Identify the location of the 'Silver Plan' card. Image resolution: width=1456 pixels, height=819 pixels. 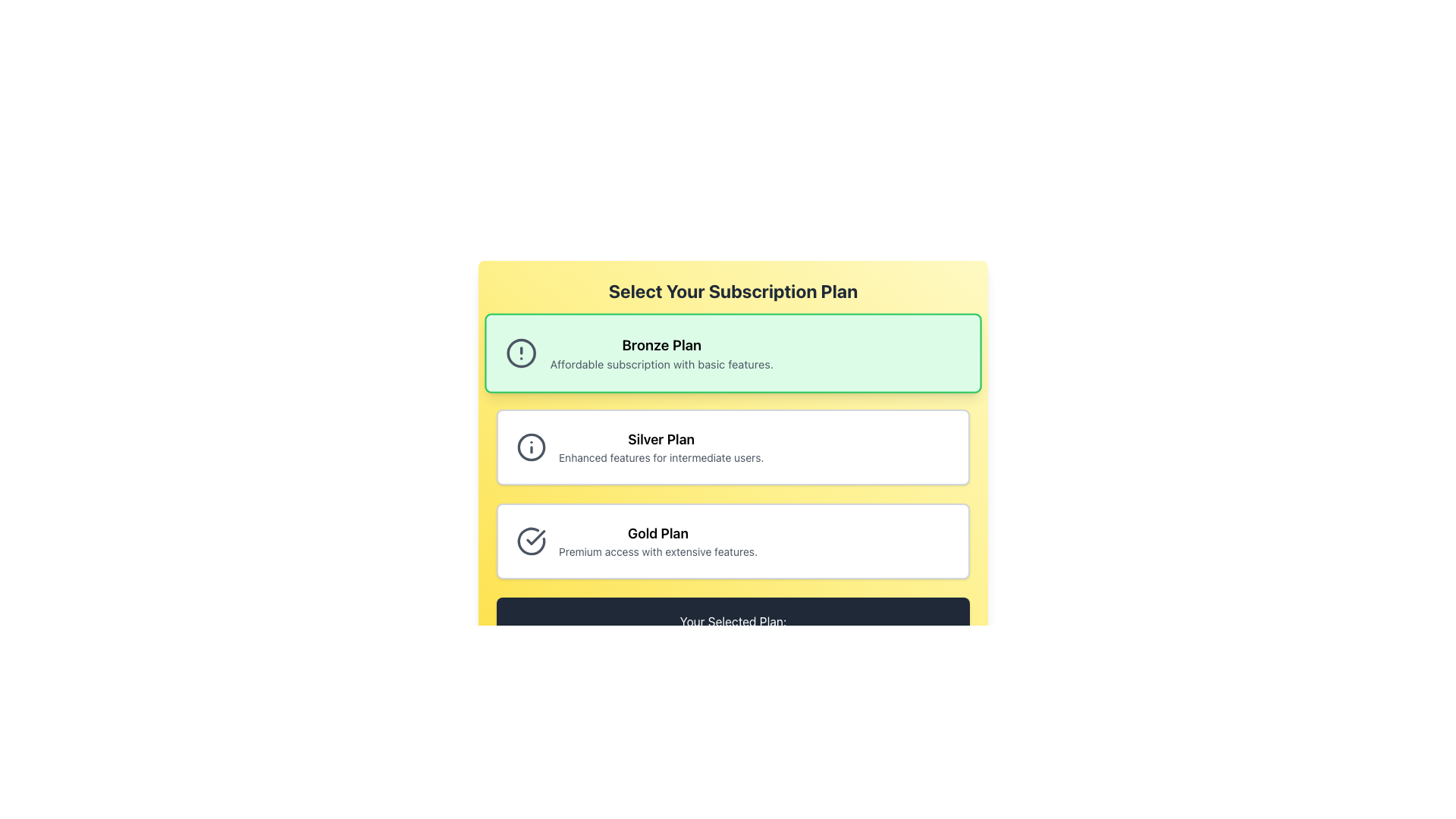
(733, 447).